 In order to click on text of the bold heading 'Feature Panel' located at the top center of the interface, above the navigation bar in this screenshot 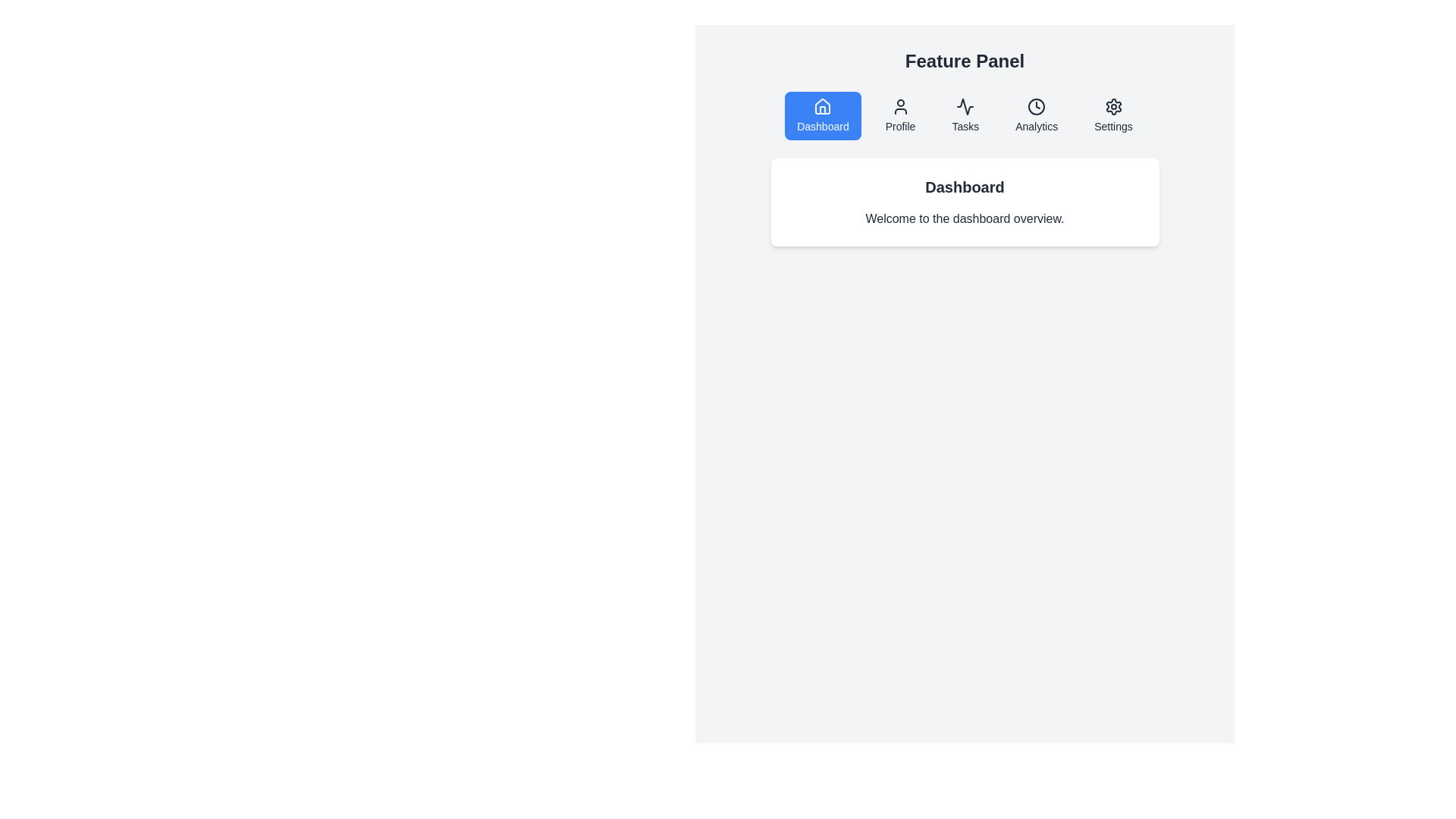, I will do `click(964, 61)`.